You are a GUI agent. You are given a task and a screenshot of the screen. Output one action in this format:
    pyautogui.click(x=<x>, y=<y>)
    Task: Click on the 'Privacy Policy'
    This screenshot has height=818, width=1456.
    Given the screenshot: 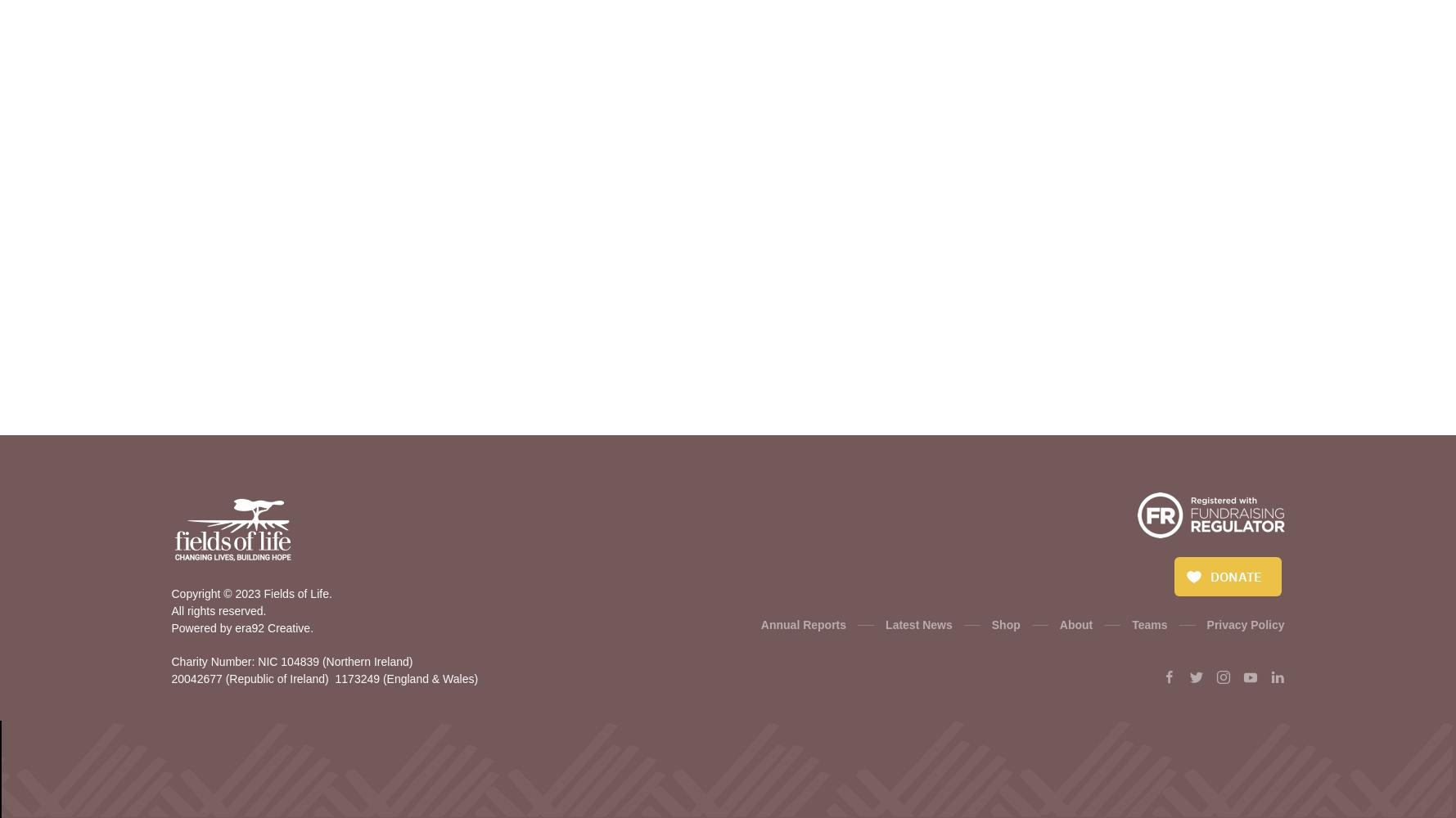 What is the action you would take?
    pyautogui.click(x=1245, y=625)
    